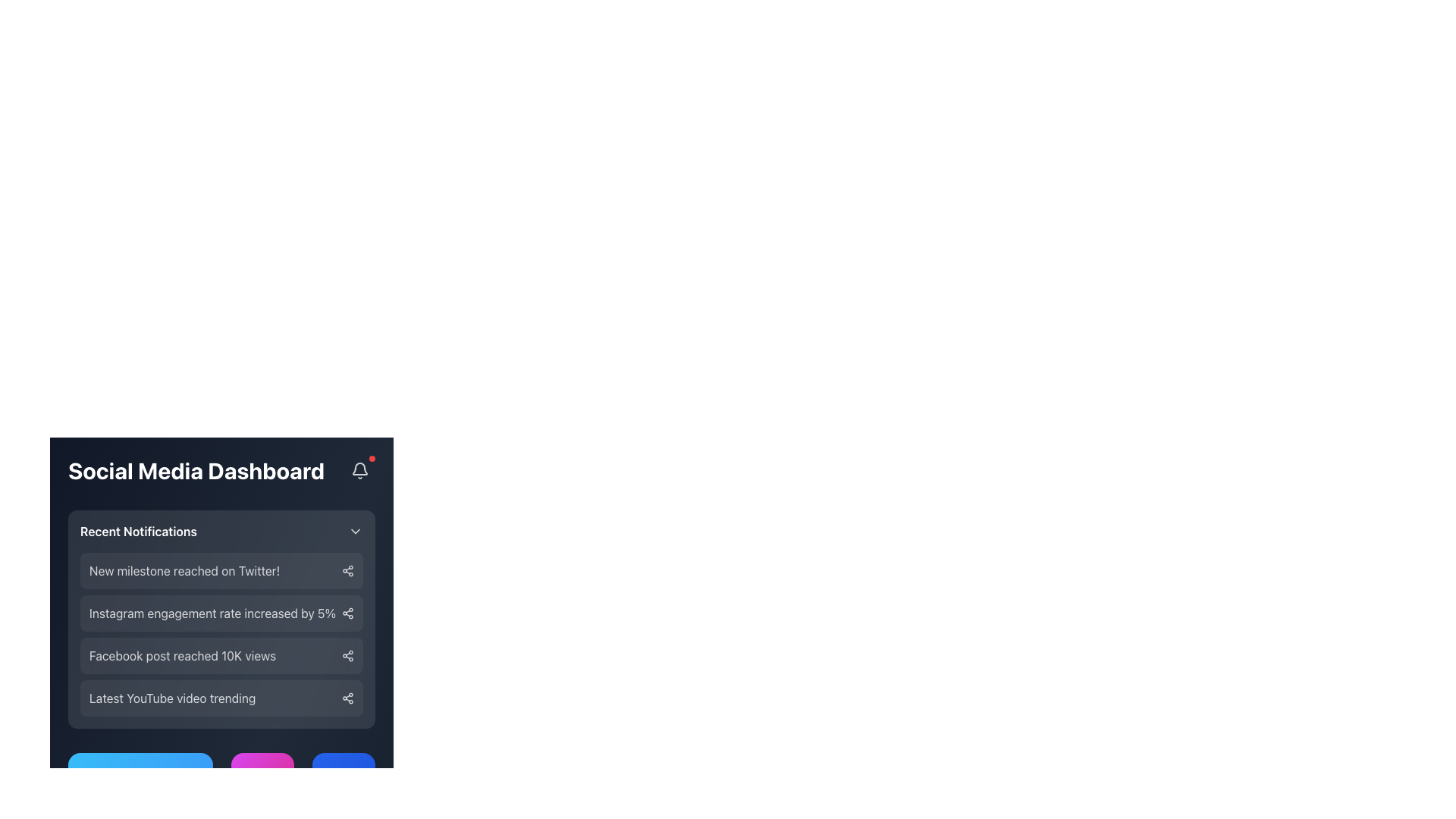  I want to click on the text notification reading 'New milestone reached on Twitter!' in the Recent Notifications section of the Social Media Dashboard, so click(184, 570).